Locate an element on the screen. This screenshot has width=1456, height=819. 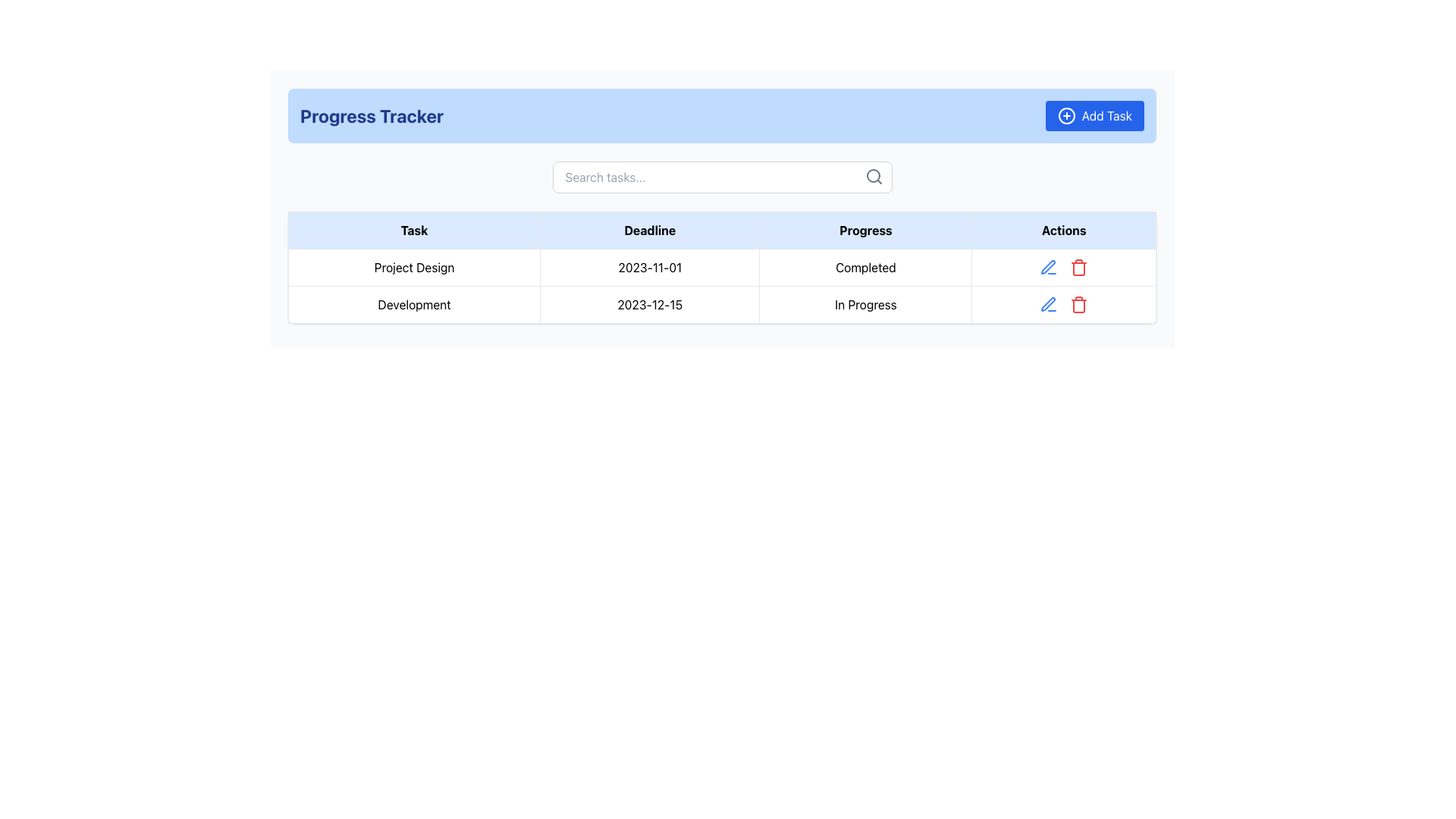
the static textual label 'In Progress' located in the 'Progress' column of the second row of the table corresponding to the 'Development' task is located at coordinates (866, 304).